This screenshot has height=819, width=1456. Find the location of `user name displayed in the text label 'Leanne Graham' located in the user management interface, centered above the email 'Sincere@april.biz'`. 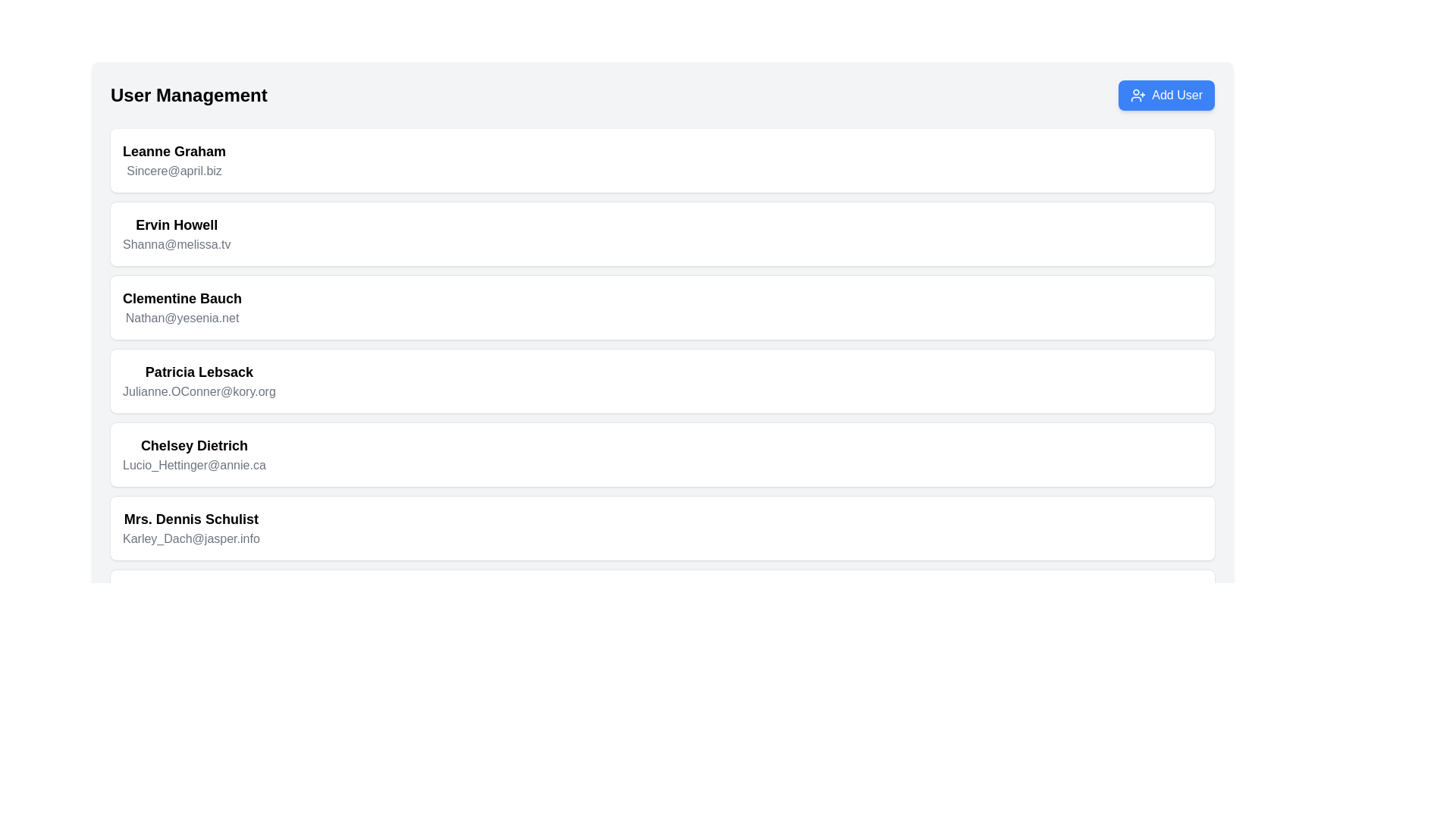

user name displayed in the text label 'Leanne Graham' located in the user management interface, centered above the email 'Sincere@april.biz' is located at coordinates (174, 152).